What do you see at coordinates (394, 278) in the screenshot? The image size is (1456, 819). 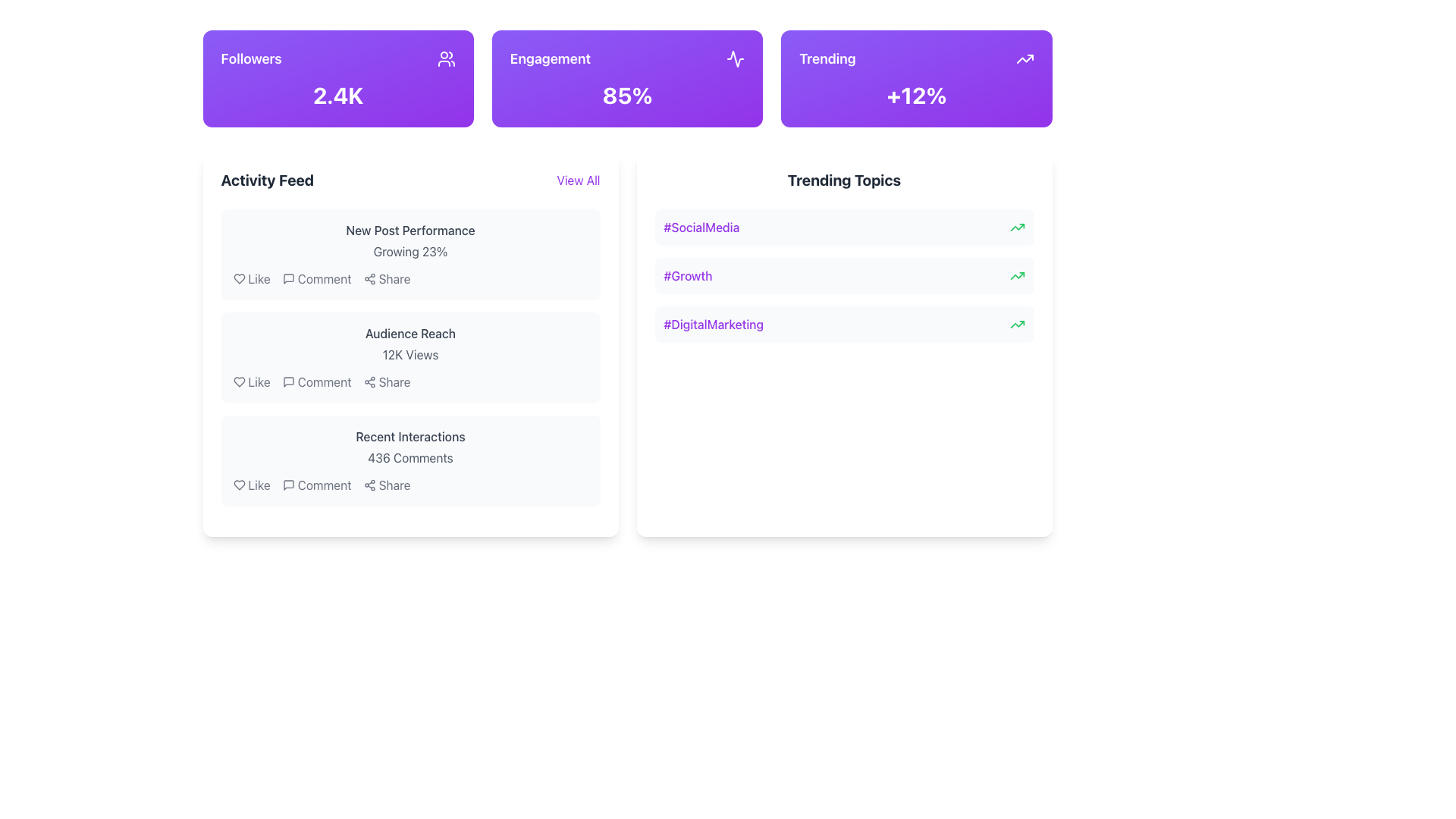 I see `the label associated with the share functionality in the 'Activity Feed' section, located below the share icon and to the right of the 'Comment' text` at bounding box center [394, 278].